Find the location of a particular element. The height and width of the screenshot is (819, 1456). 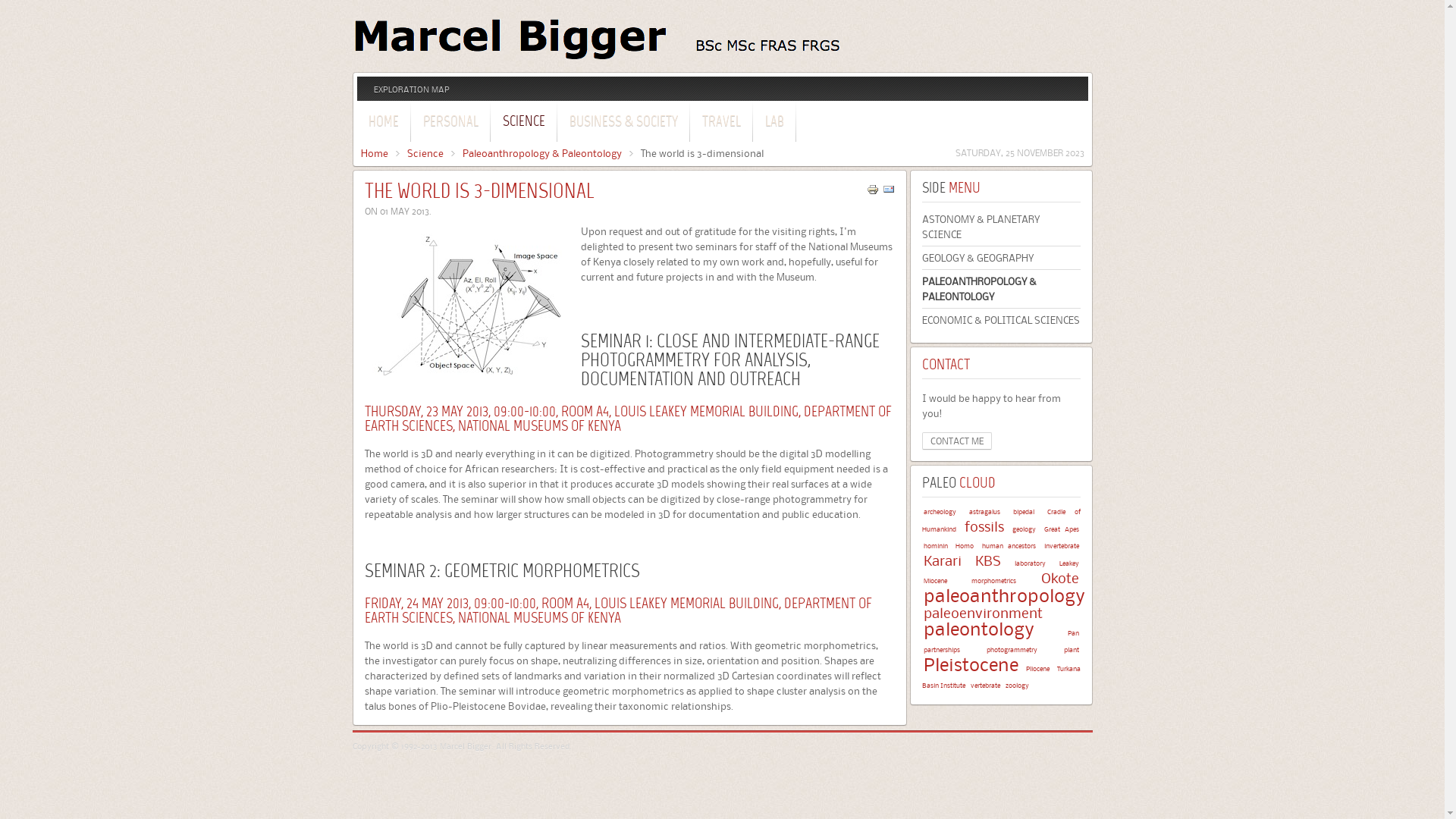

'SCIENCE' is located at coordinates (524, 119).